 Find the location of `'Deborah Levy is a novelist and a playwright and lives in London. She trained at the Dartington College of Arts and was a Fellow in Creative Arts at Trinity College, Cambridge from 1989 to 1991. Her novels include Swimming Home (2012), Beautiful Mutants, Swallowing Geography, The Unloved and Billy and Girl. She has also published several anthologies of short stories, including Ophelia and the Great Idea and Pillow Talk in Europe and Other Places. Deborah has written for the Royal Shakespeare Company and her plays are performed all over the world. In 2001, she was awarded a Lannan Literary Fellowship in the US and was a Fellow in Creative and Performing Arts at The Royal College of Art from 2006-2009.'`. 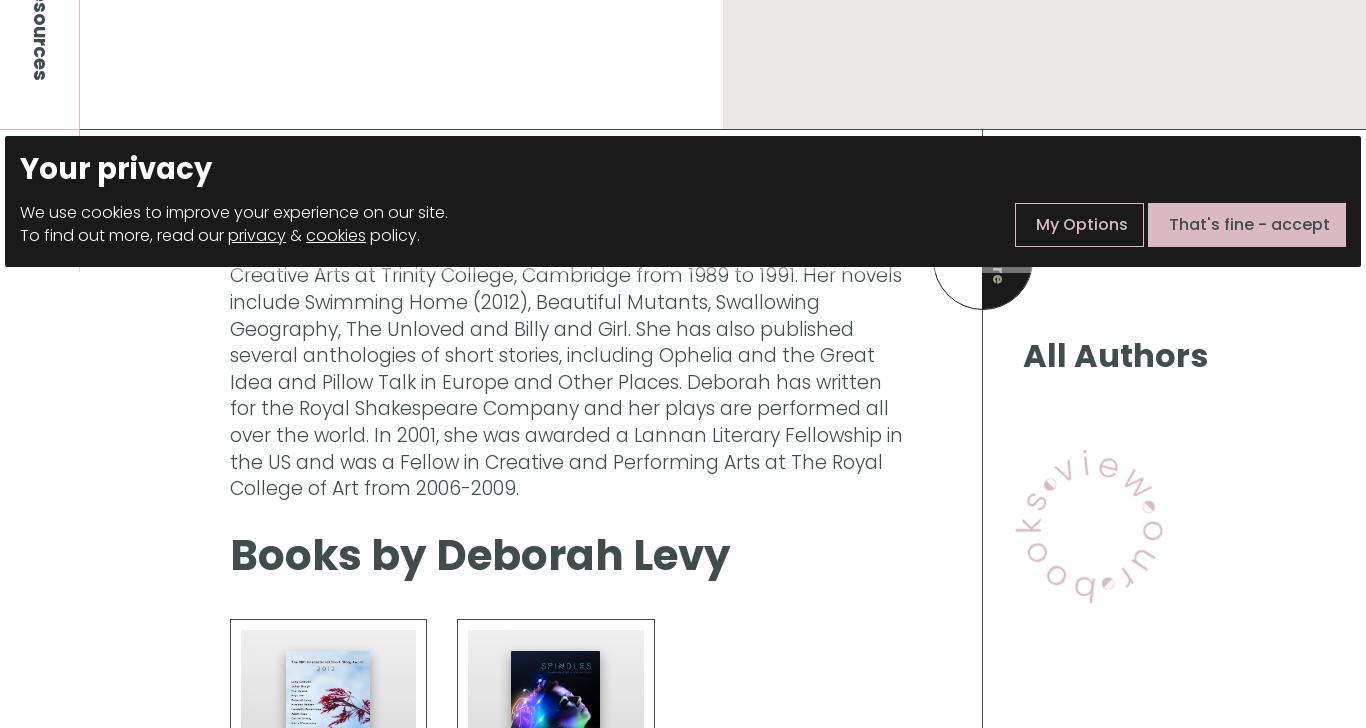

'Deborah Levy is a novelist and a playwright and lives in London. She trained at the Dartington College of Arts and was a Fellow in Creative Arts at Trinity College, Cambridge from 1989 to 1991. Her novels include Swimming Home (2012), Beautiful Mutants, Swallowing Geography, The Unloved and Billy and Girl. She has also published several anthologies of short stories, including Ophelia and the Great Idea and Pillow Talk in Europe and Other Places. Deborah has written for the Royal Shakespeare Company and her plays are performed all over the world. In 2001, she was awarded a Lannan Literary Fellowship in the US and was a Fellow in Creative and Performing Arts at The Royal College of Art from 2006-2009.' is located at coordinates (230, 355).